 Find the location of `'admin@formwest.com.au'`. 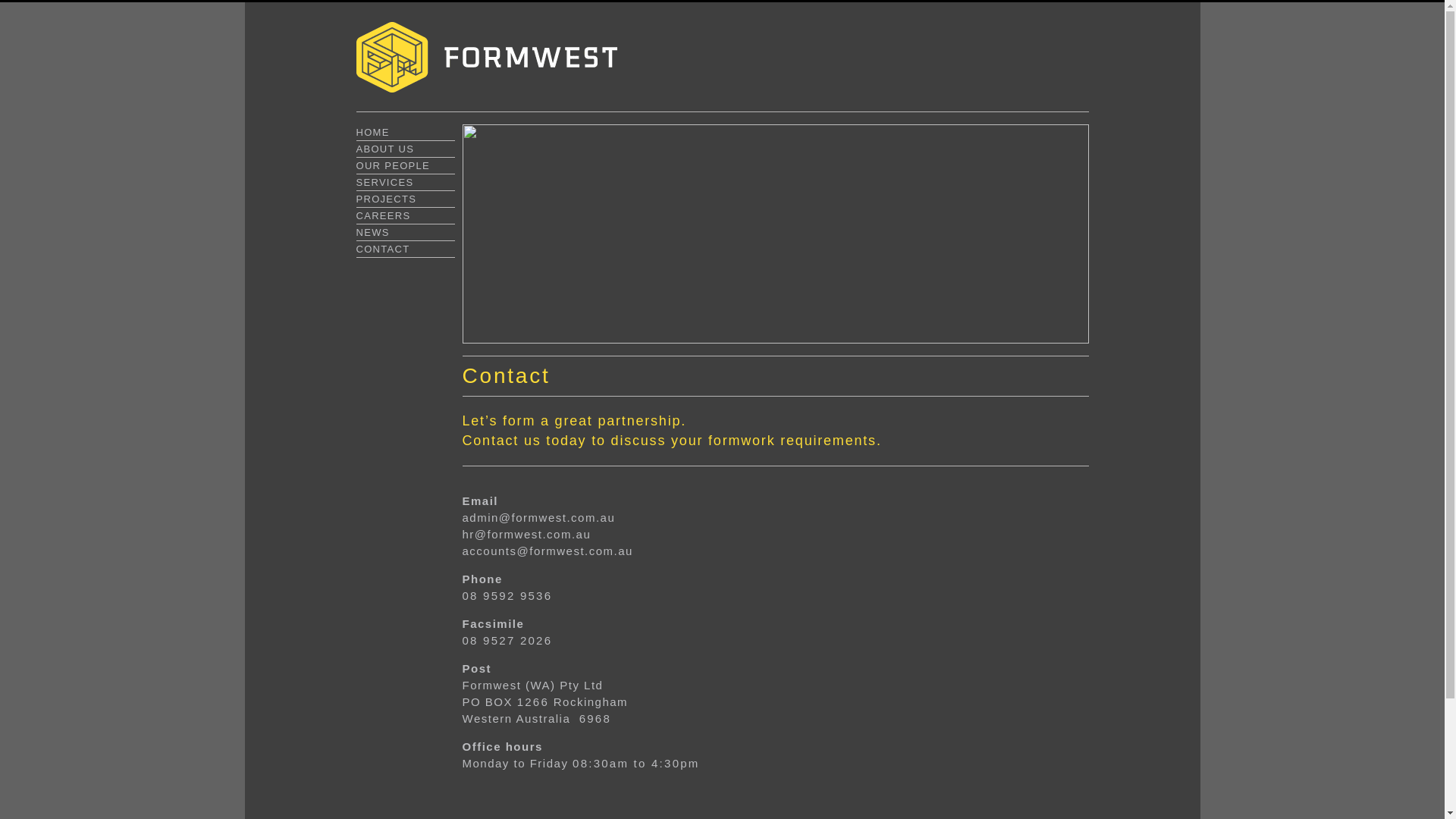

'admin@formwest.com.au' is located at coordinates (538, 516).